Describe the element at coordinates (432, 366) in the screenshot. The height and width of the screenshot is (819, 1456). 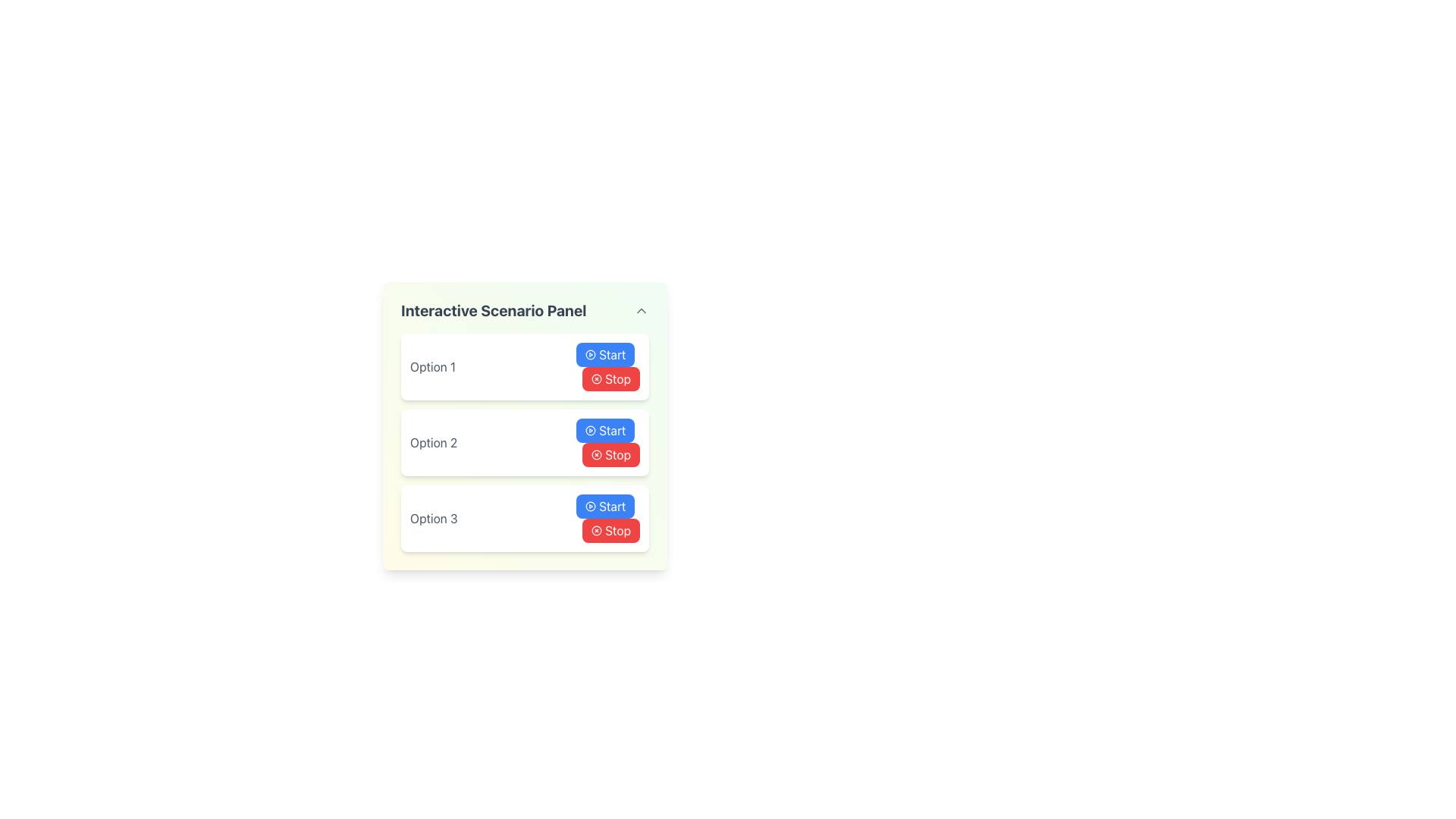
I see `the gray text label 'Option 1' which is centered above the 'Start' and 'Stop' buttons, located in the topmost row of a vertical list of containers` at that location.